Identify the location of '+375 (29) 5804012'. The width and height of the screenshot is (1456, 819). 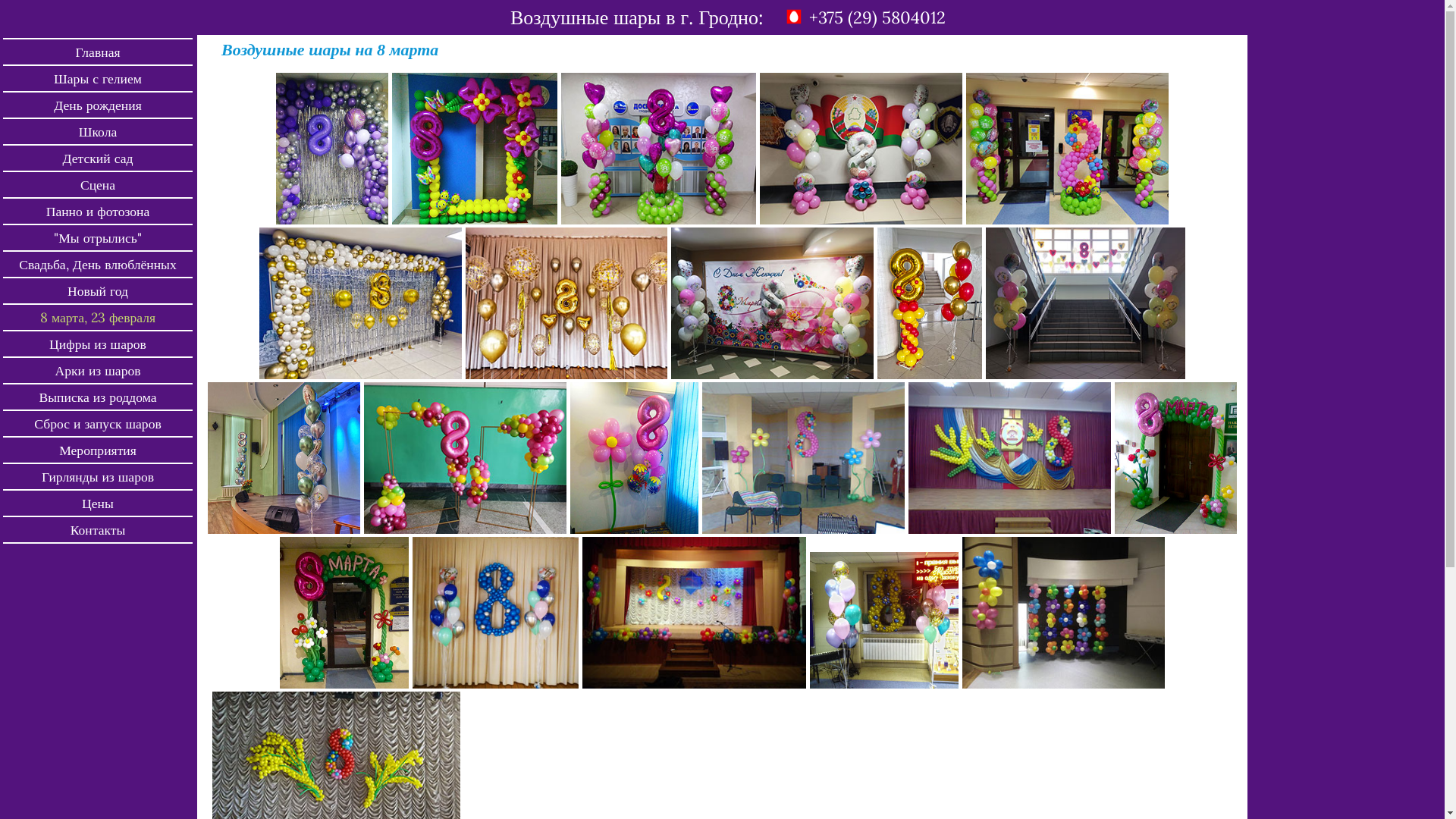
(877, 17).